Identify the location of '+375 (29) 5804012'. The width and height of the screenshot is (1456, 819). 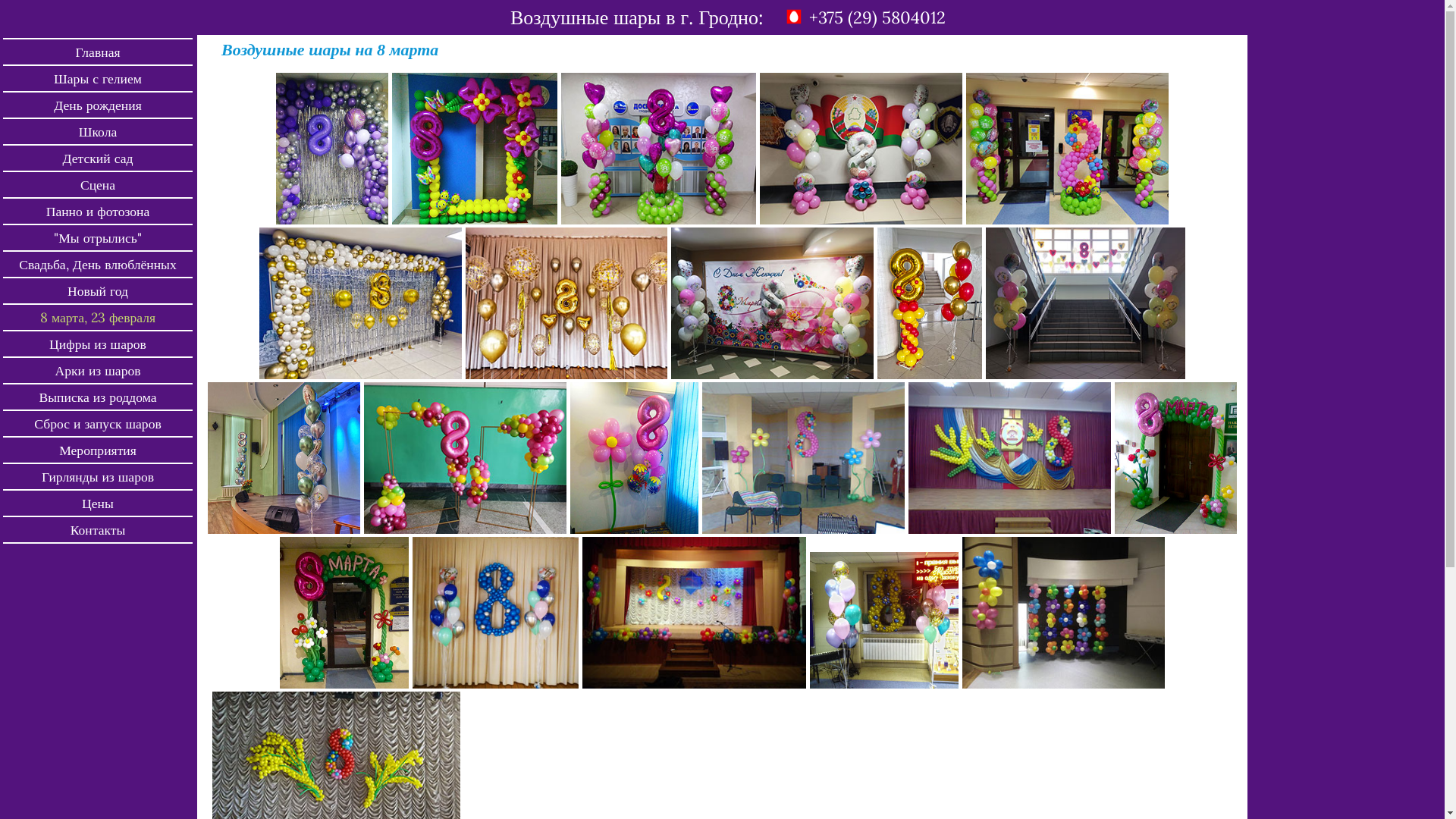
(877, 17).